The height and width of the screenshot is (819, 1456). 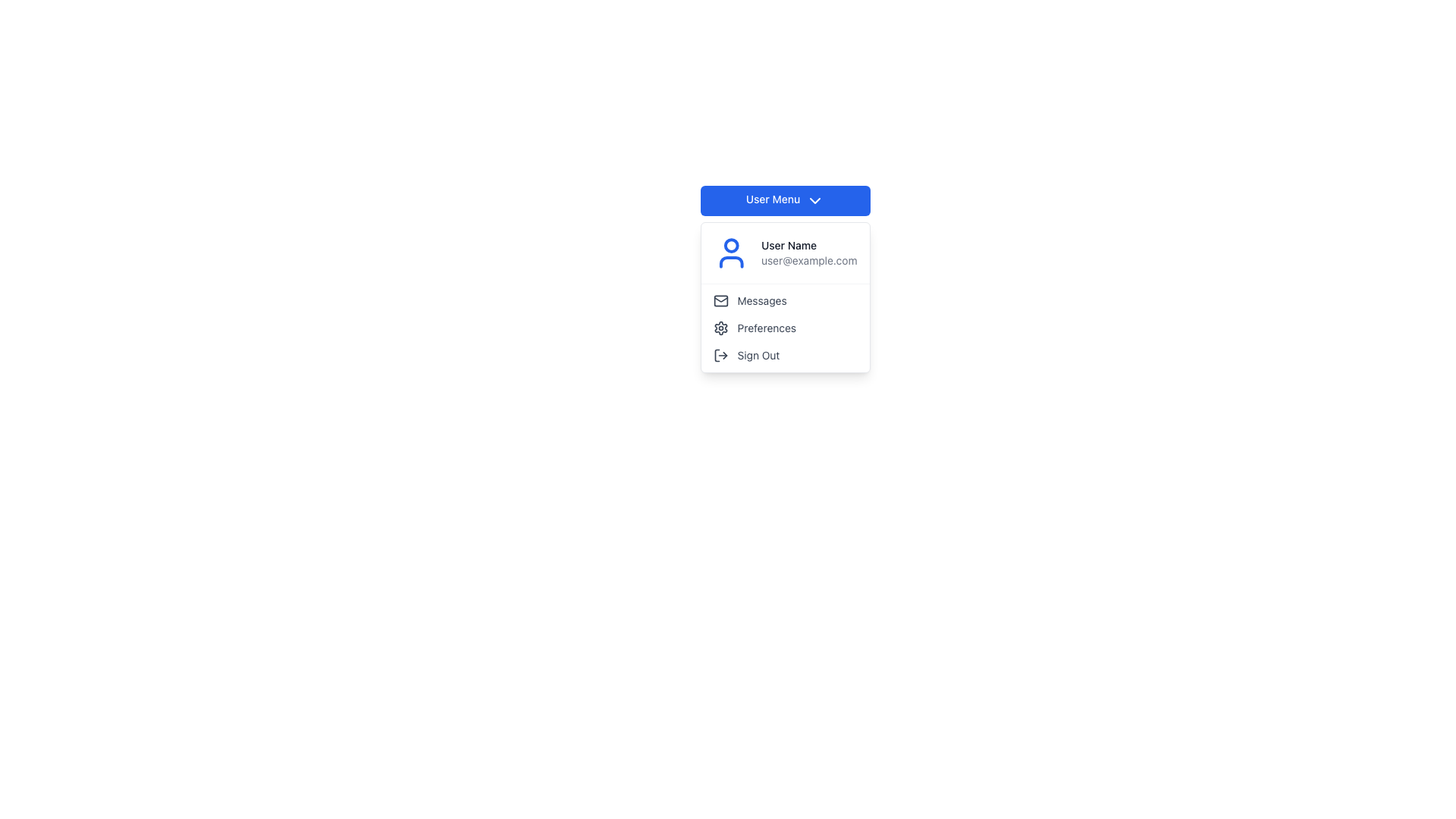 I want to click on the 'Messages' hyperlink with an envelope icon, so click(x=785, y=301).